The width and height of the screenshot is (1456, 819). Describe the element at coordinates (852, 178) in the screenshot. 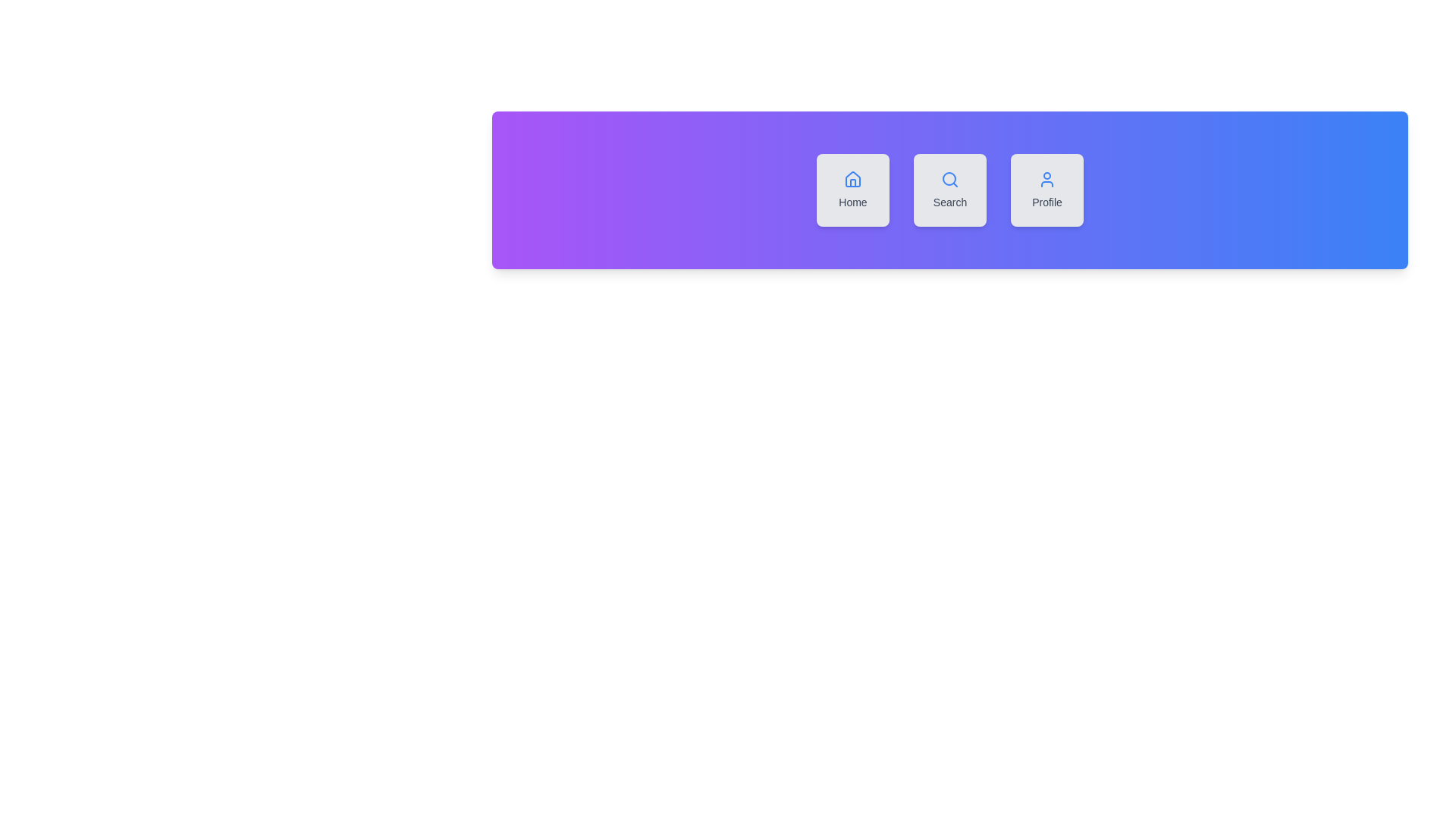

I see `the 'Home' icon located at the top center of the first card in a row of three, which is visually represented for intuitive navigation` at that location.